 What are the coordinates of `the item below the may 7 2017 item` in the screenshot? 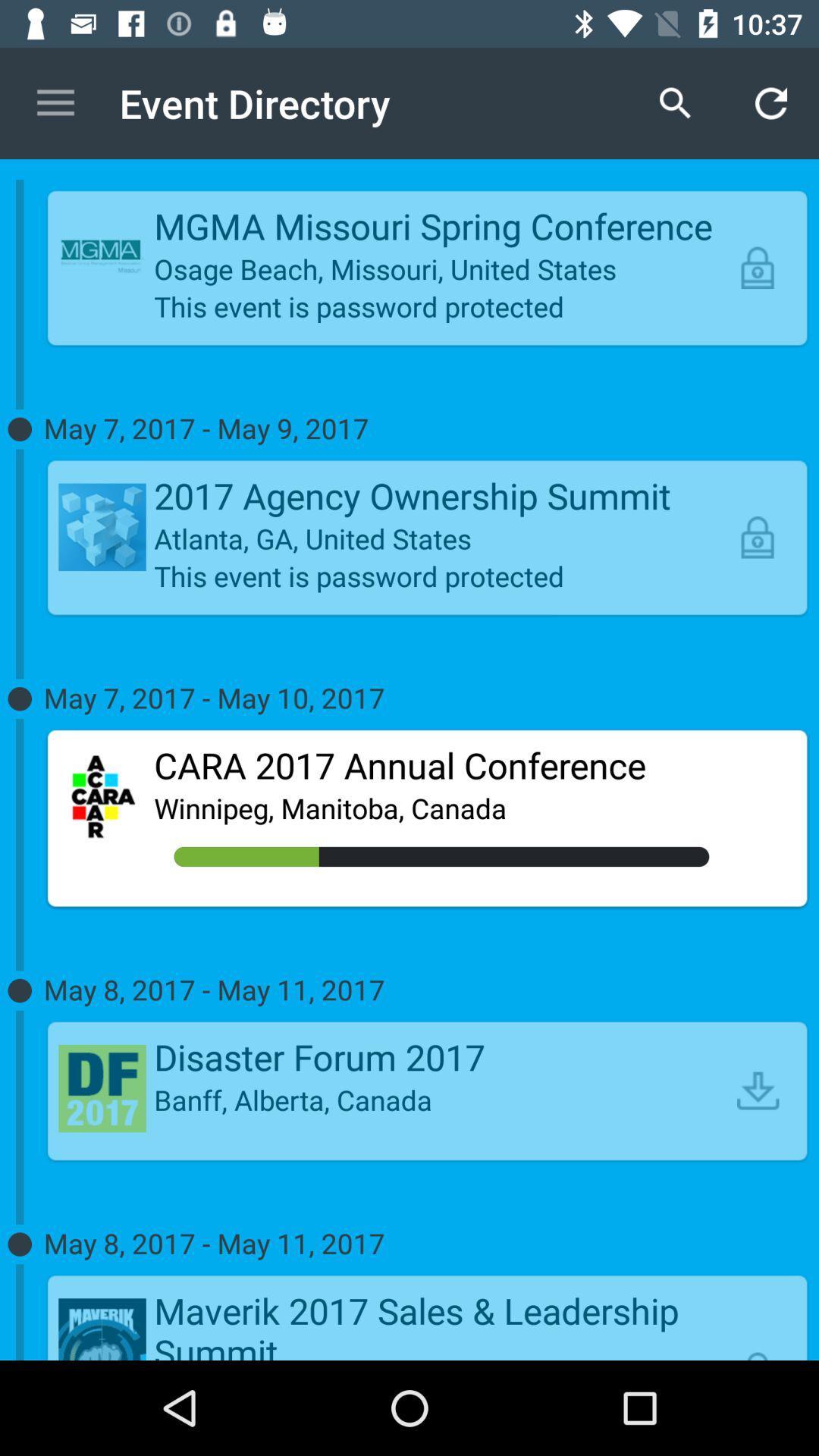 It's located at (441, 765).